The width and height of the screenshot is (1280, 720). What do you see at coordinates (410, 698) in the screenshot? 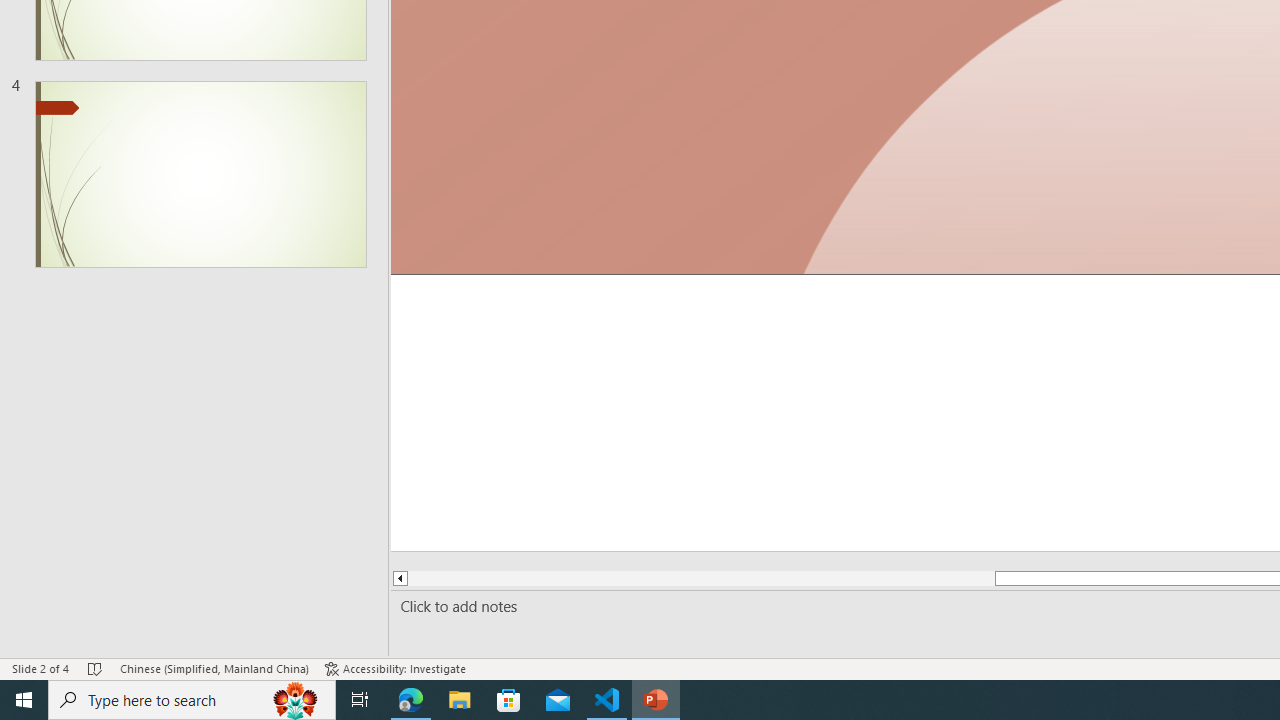
I see `'Microsoft Edge - 1 running window'` at bounding box center [410, 698].